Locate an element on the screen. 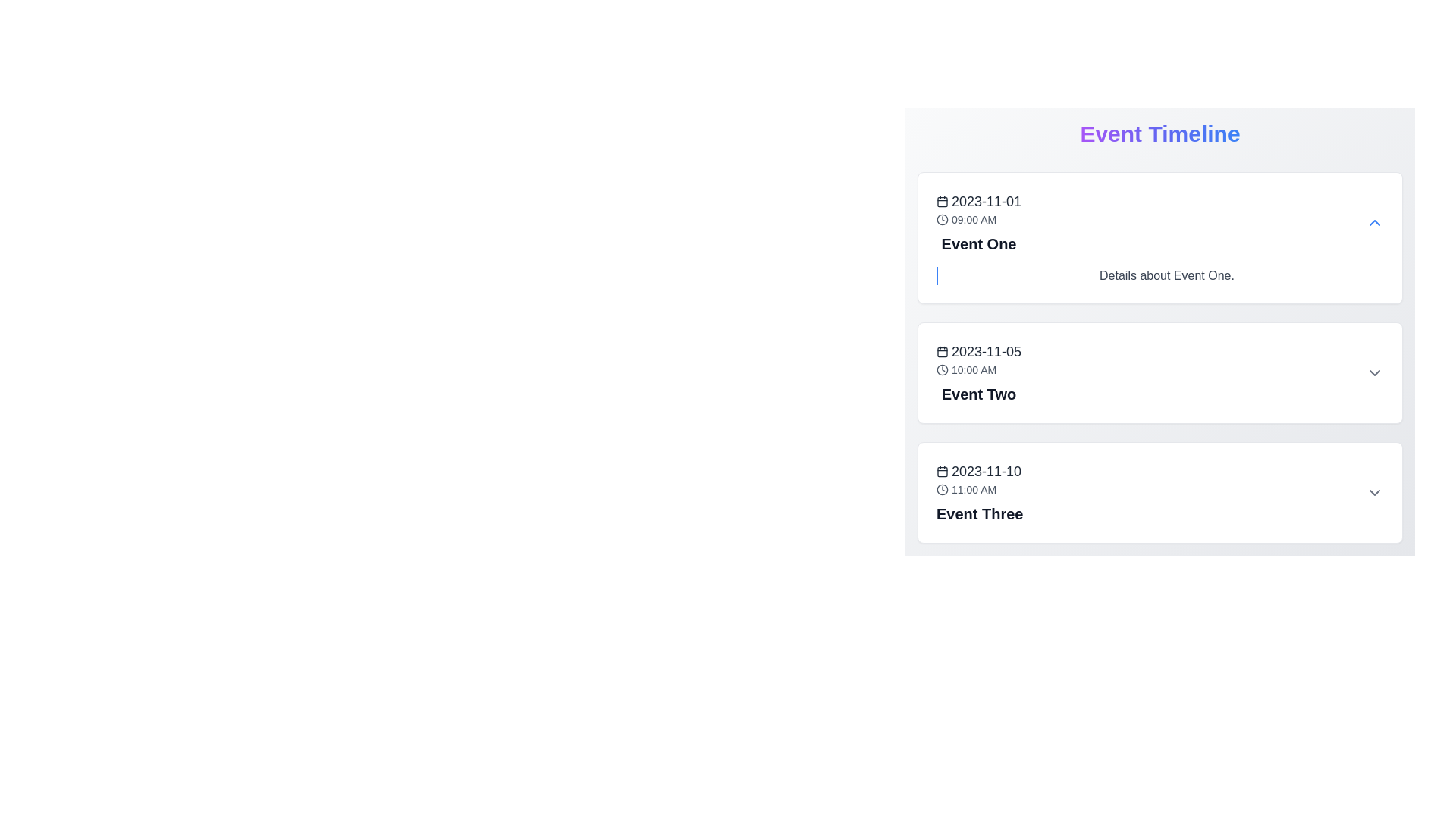  the informational block displaying event details including the date '2023-11-05', time '10:00 AM', and title 'Event Two', which is positioned in the middle of the 'Event Timeline' interface is located at coordinates (979, 373).